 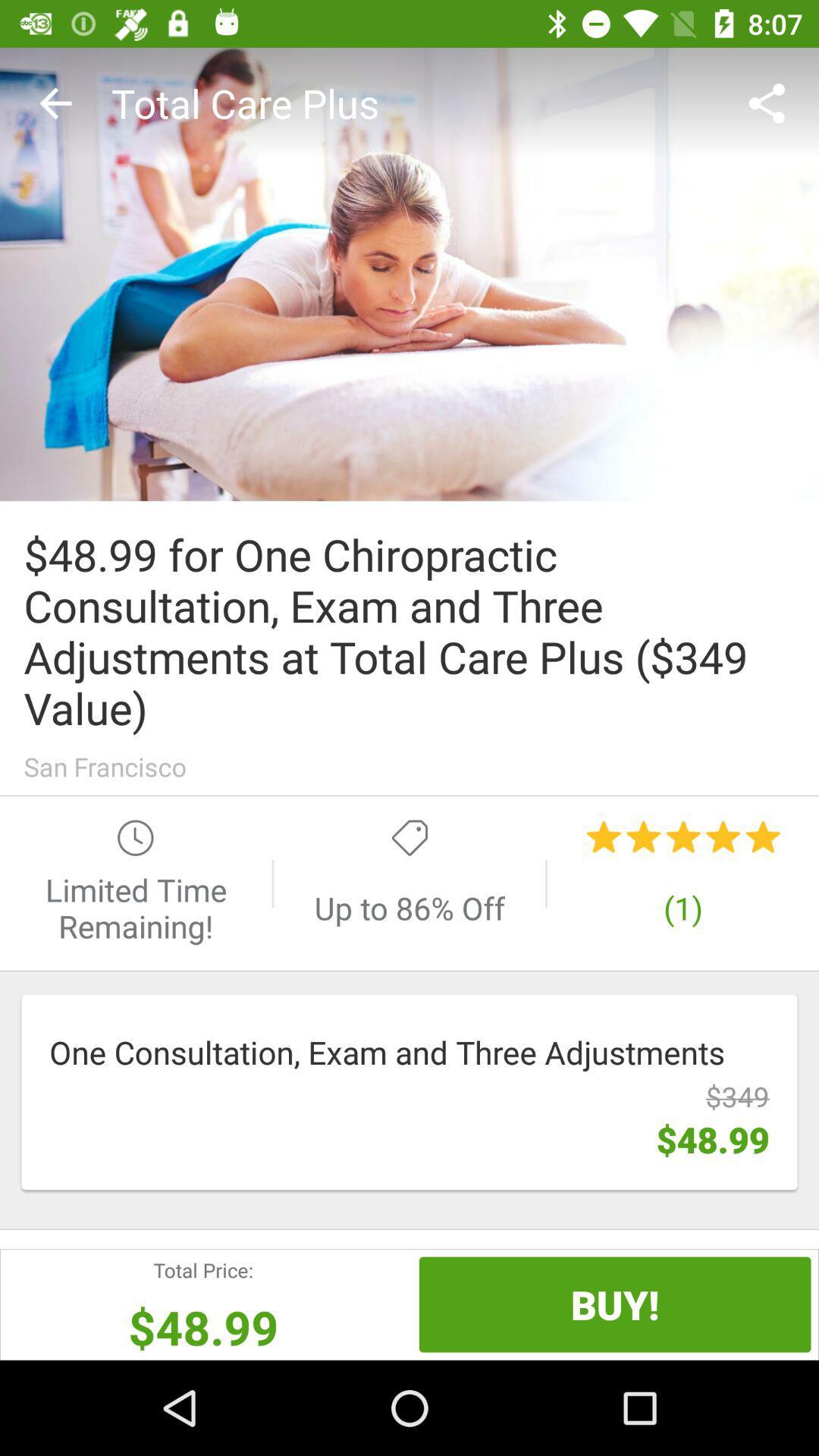 What do you see at coordinates (55, 102) in the screenshot?
I see `the item at the top left corner` at bounding box center [55, 102].